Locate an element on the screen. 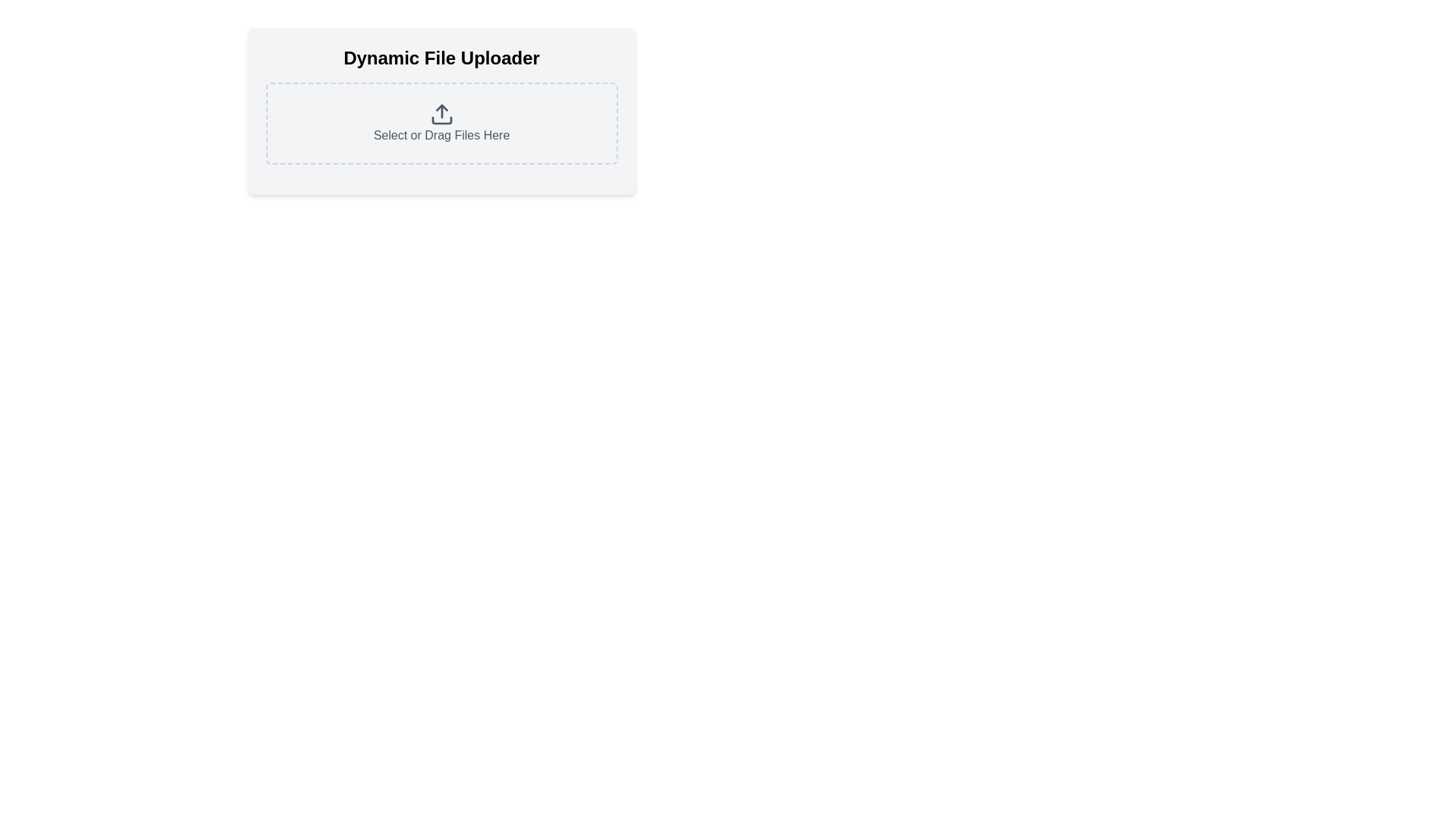  files onto the file input field located below the text 'Dynamic File Uploader' is located at coordinates (441, 122).